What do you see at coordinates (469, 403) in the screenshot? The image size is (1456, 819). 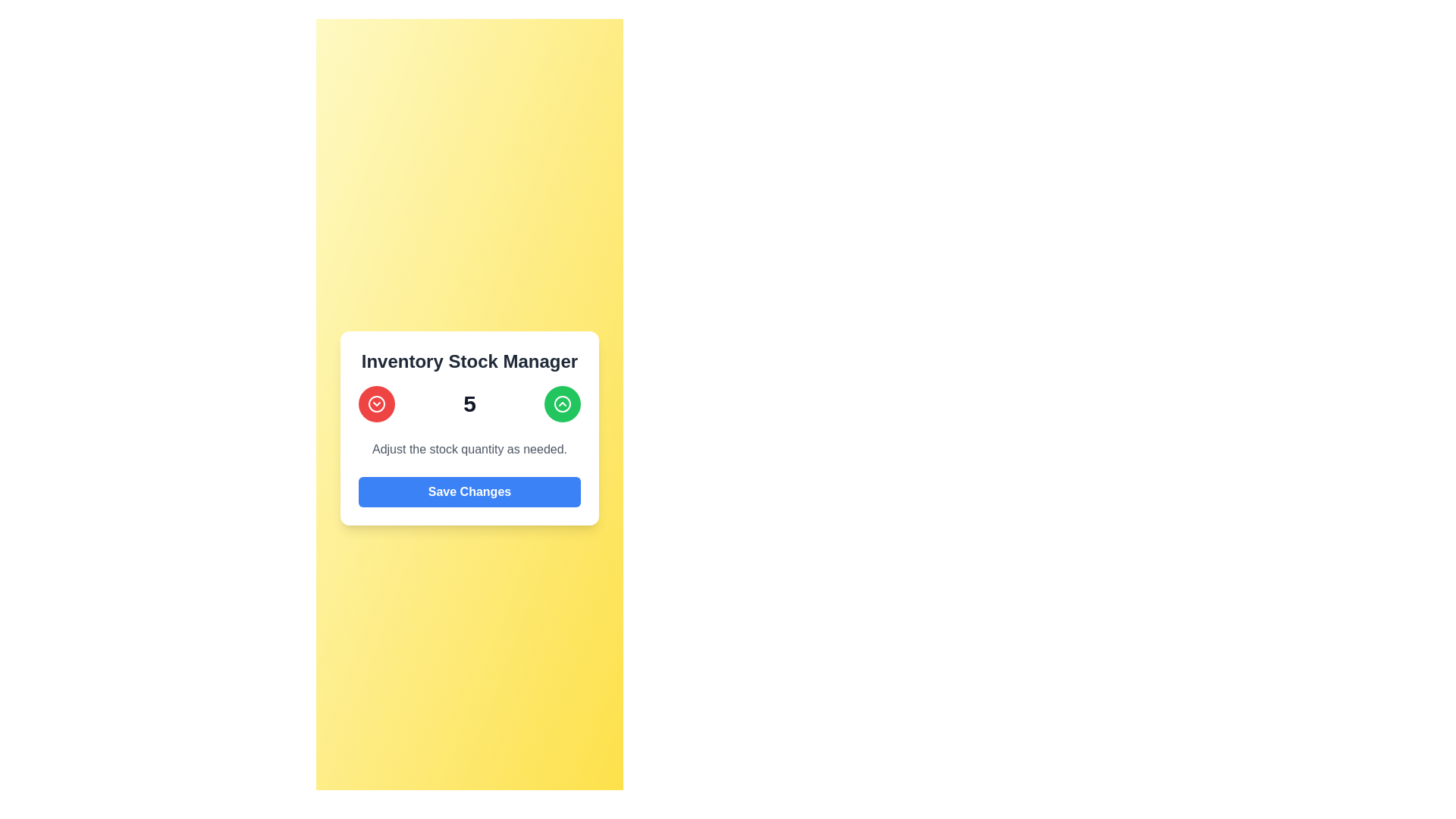 I see `the numeric display showing the current stock quantity, which is represented by the number '5' in the Inventory Stock Manager card` at bounding box center [469, 403].